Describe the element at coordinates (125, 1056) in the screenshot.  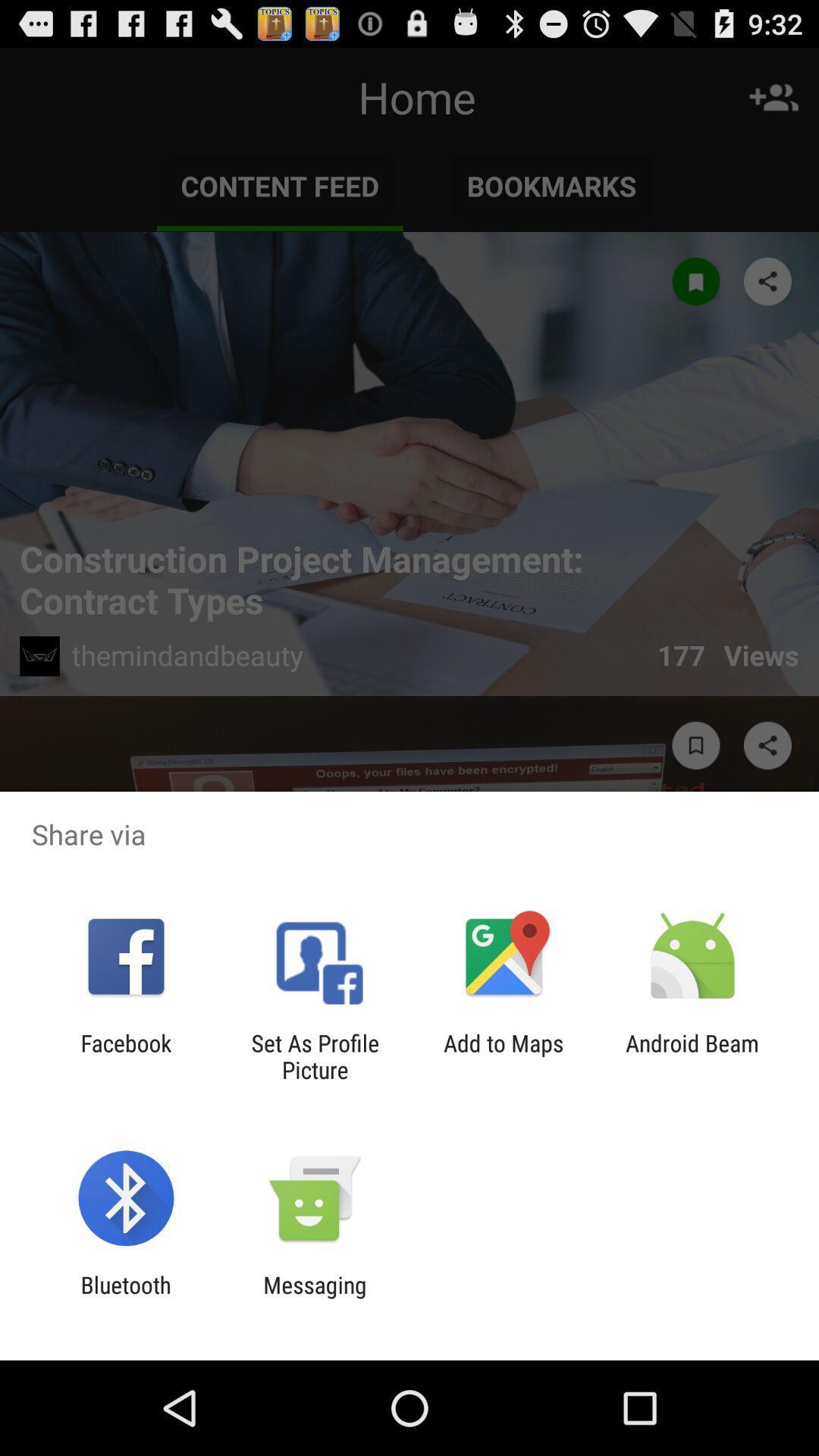
I see `app to the left of set as profile app` at that location.